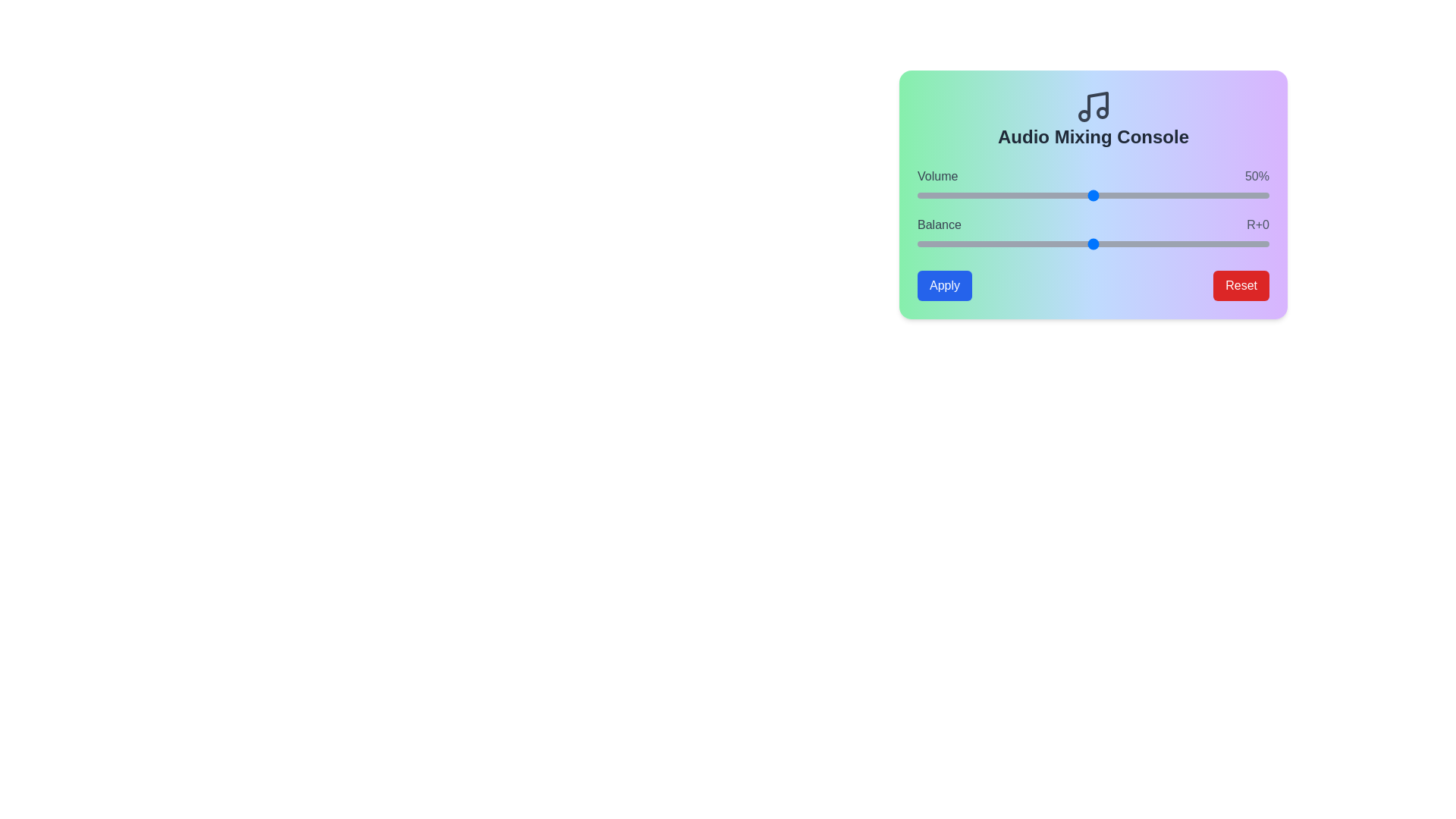 The height and width of the screenshot is (819, 1456). What do you see at coordinates (1103, 243) in the screenshot?
I see `balance` at bounding box center [1103, 243].